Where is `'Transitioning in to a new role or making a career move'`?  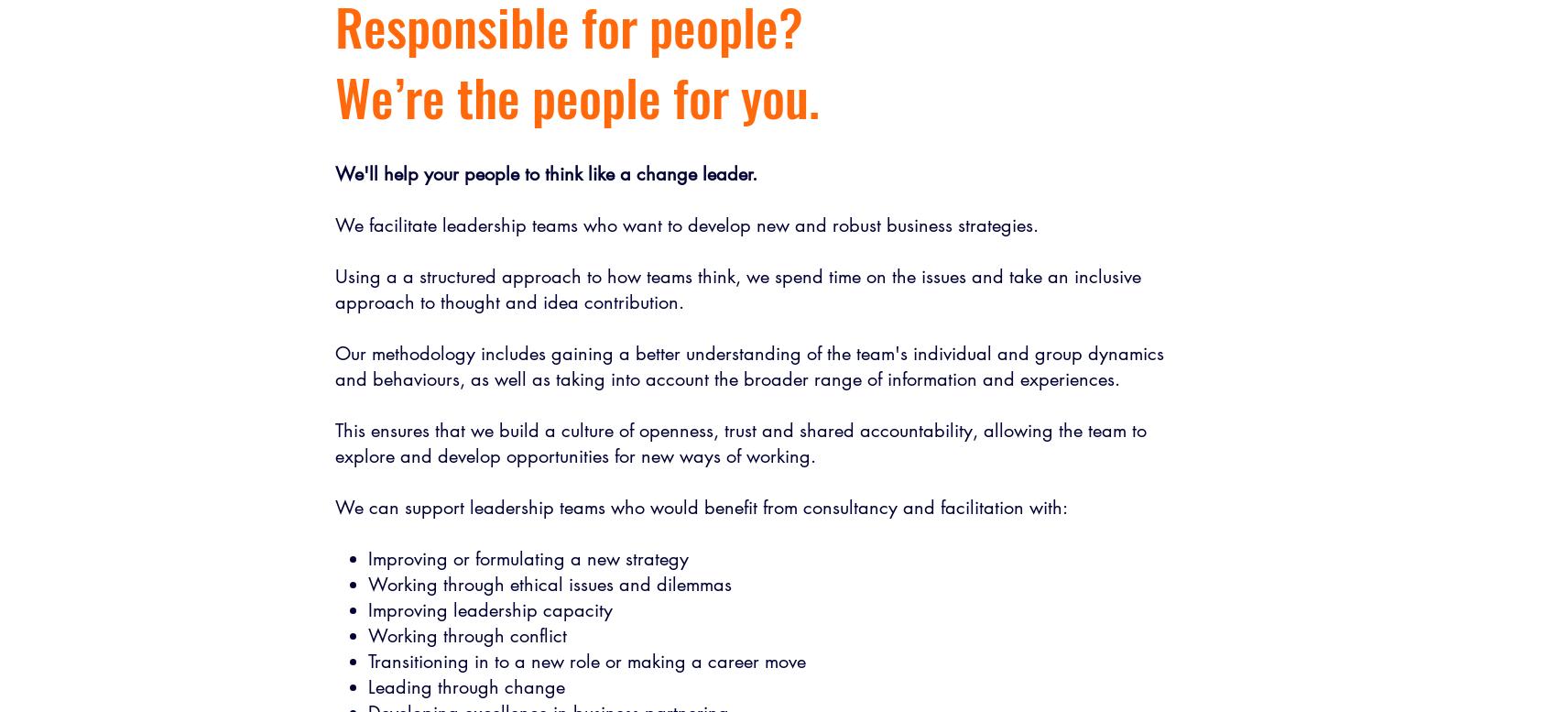 'Transitioning in to a new role or making a career move' is located at coordinates (585, 661).